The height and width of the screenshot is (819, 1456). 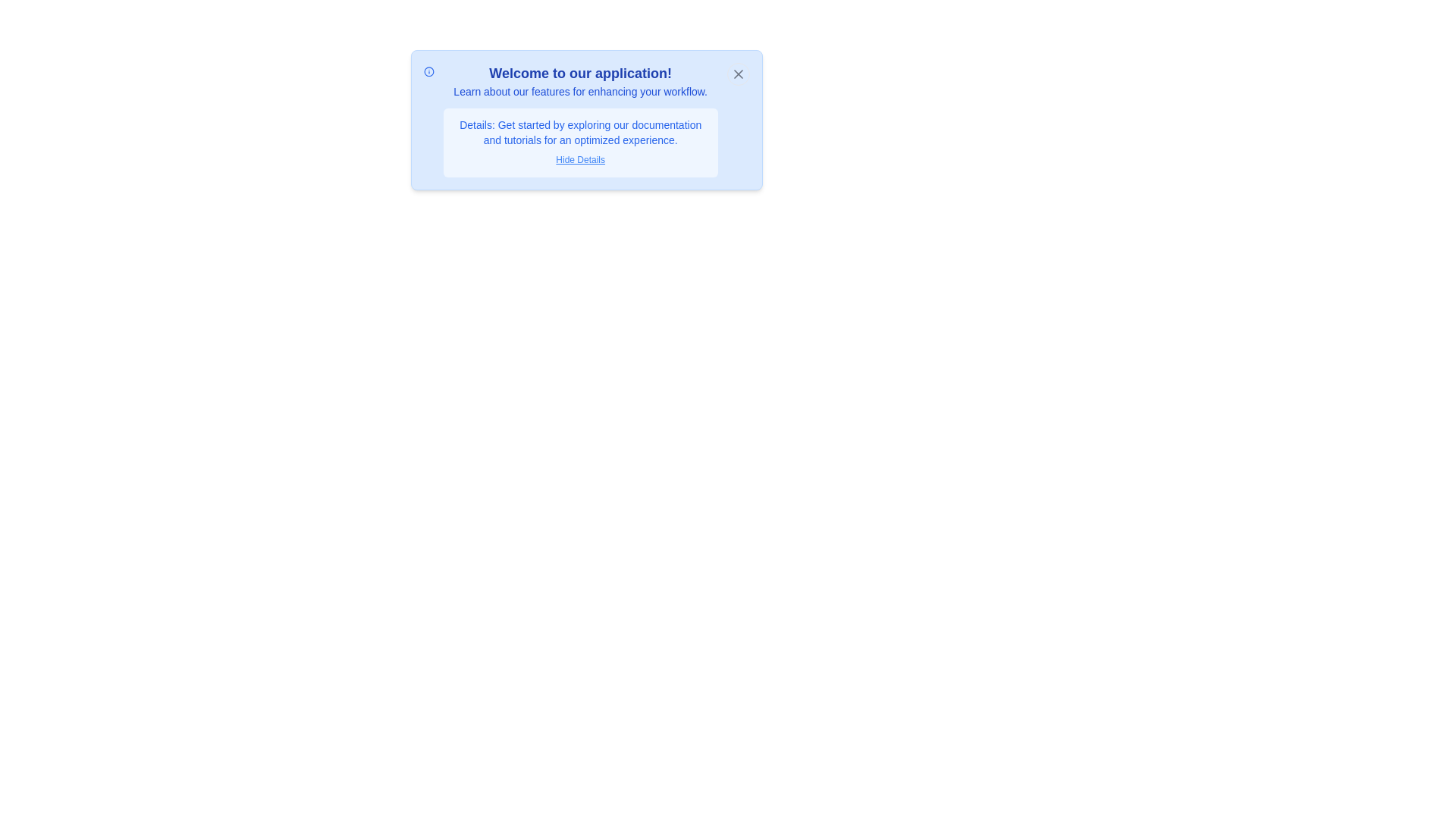 I want to click on 'Hide Details' button to hide the details section, so click(x=579, y=160).